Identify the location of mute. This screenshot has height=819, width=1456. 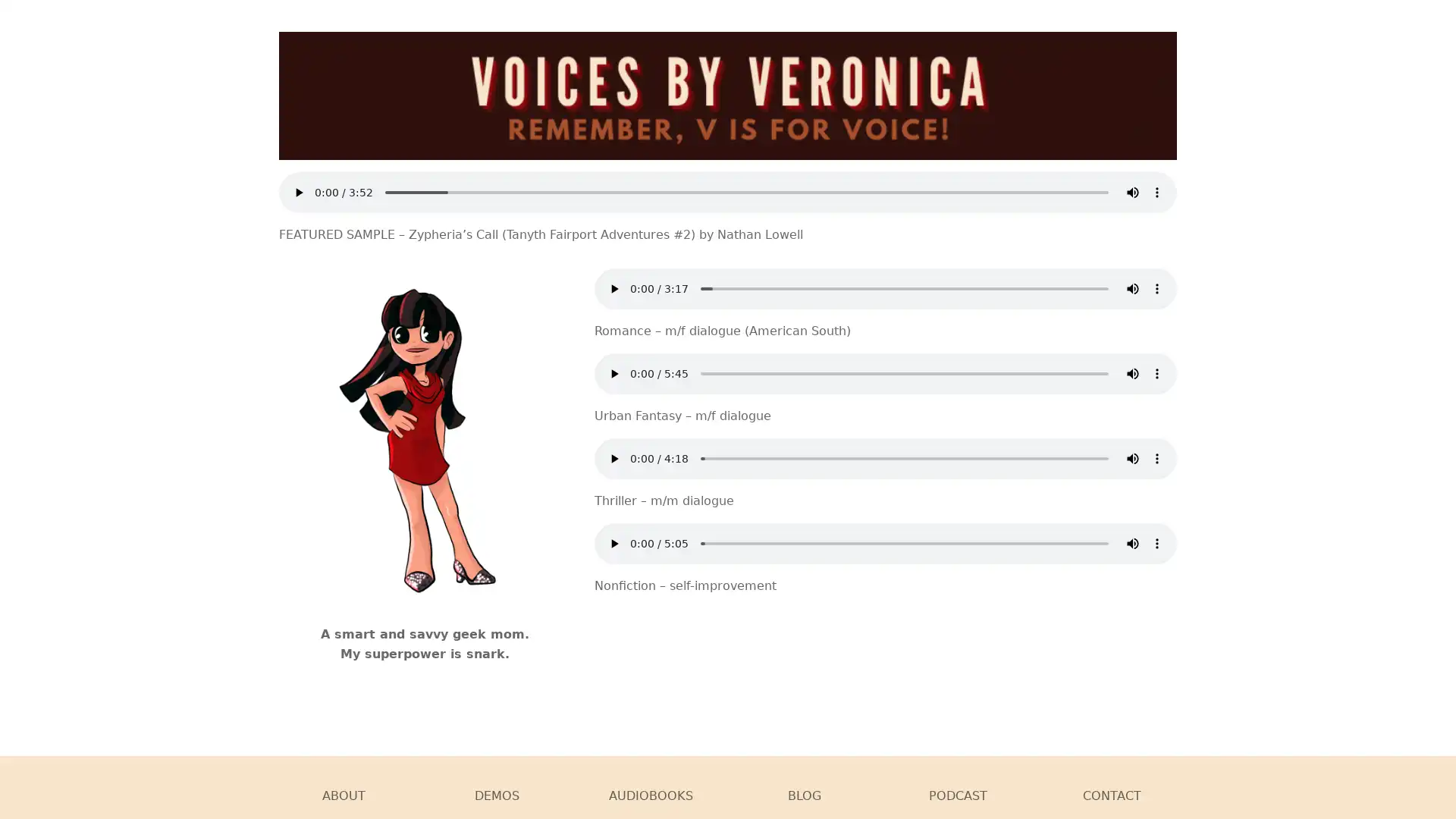
(1132, 374).